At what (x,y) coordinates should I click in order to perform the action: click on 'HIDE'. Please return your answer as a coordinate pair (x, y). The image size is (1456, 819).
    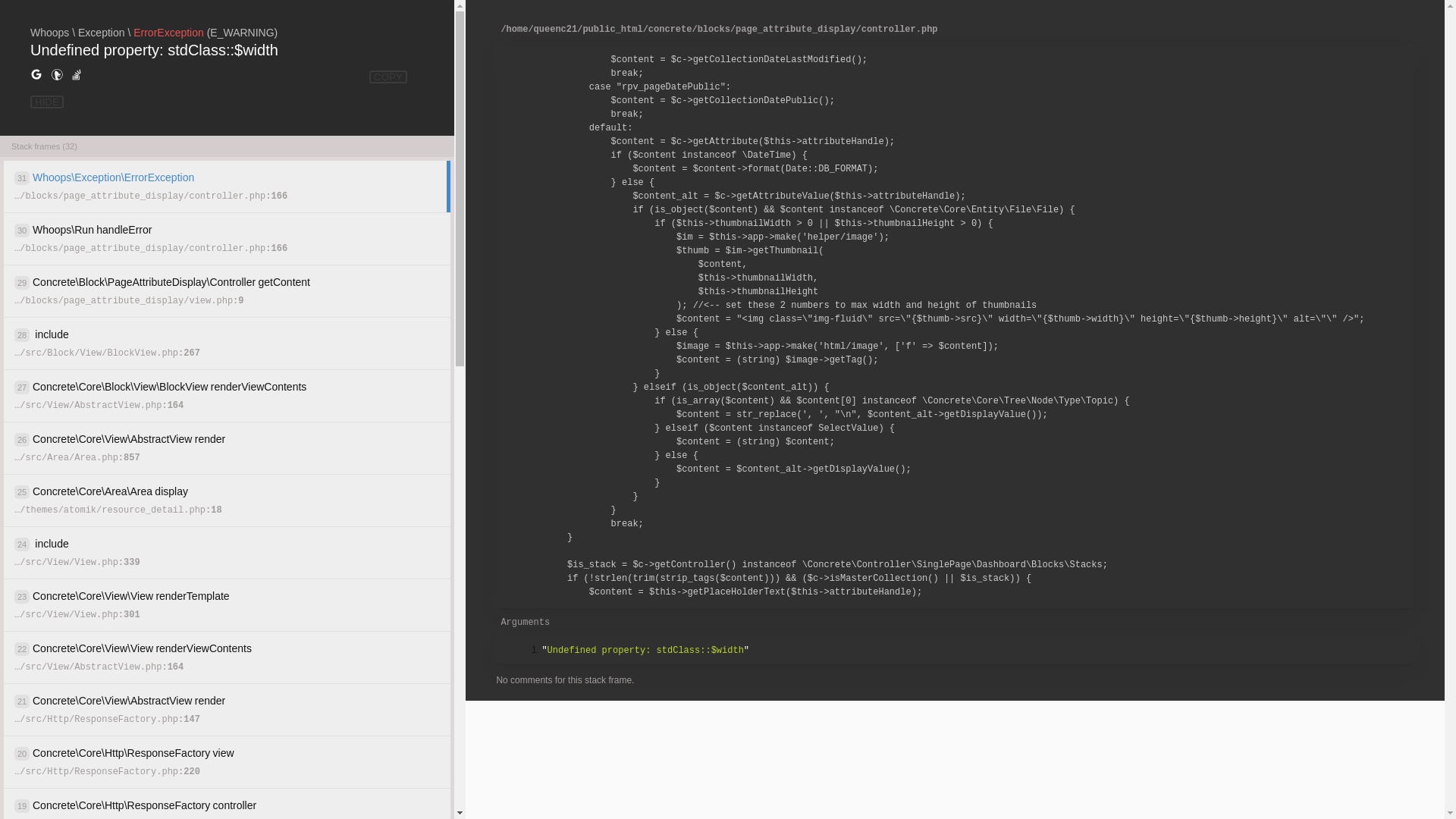
    Looking at the image, I should click on (47, 102).